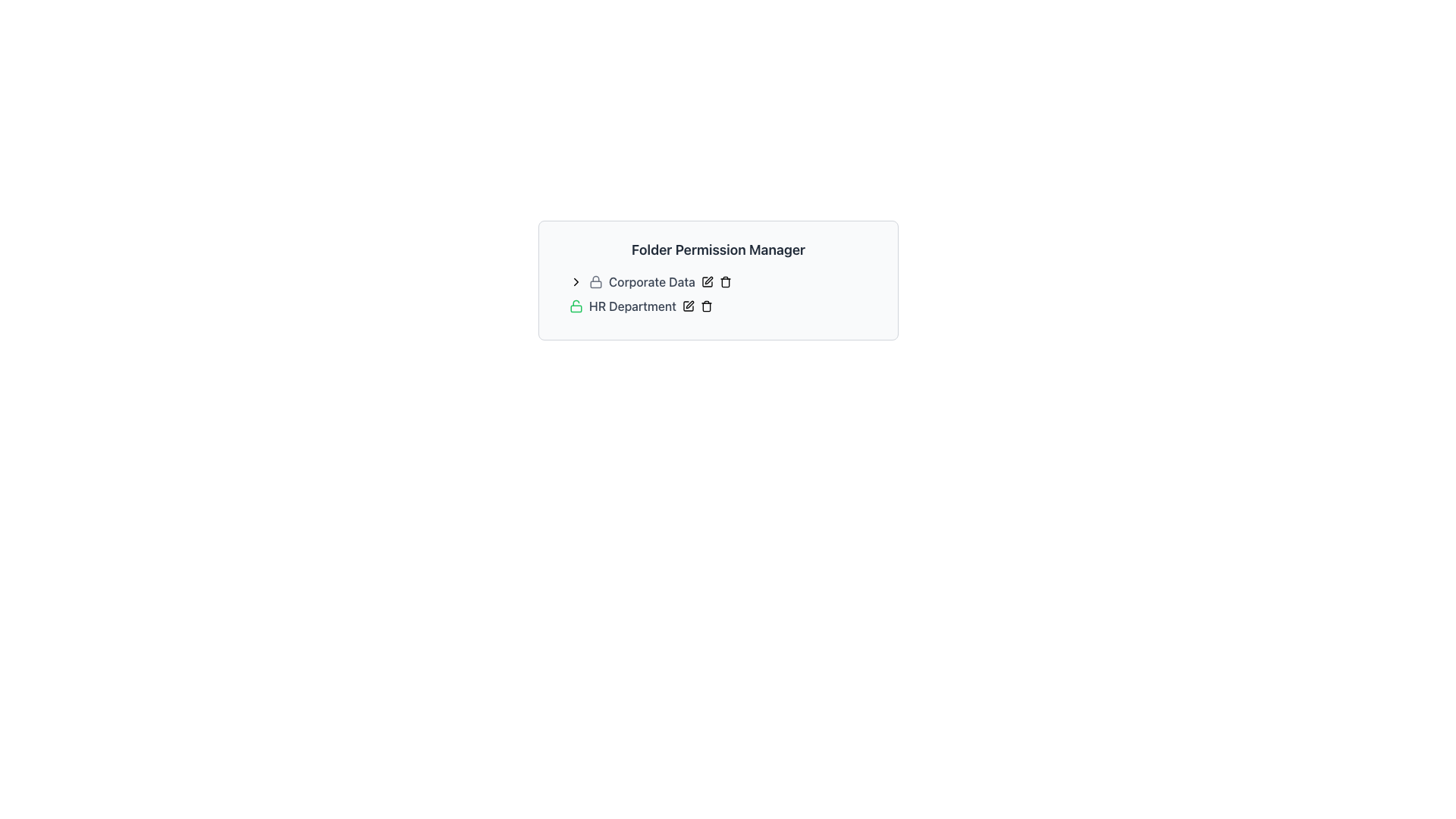 The width and height of the screenshot is (1456, 819). I want to click on the icon depicting a square outline with a pen inside, located adjacent to the 'Corporate Data' text, so click(706, 281).